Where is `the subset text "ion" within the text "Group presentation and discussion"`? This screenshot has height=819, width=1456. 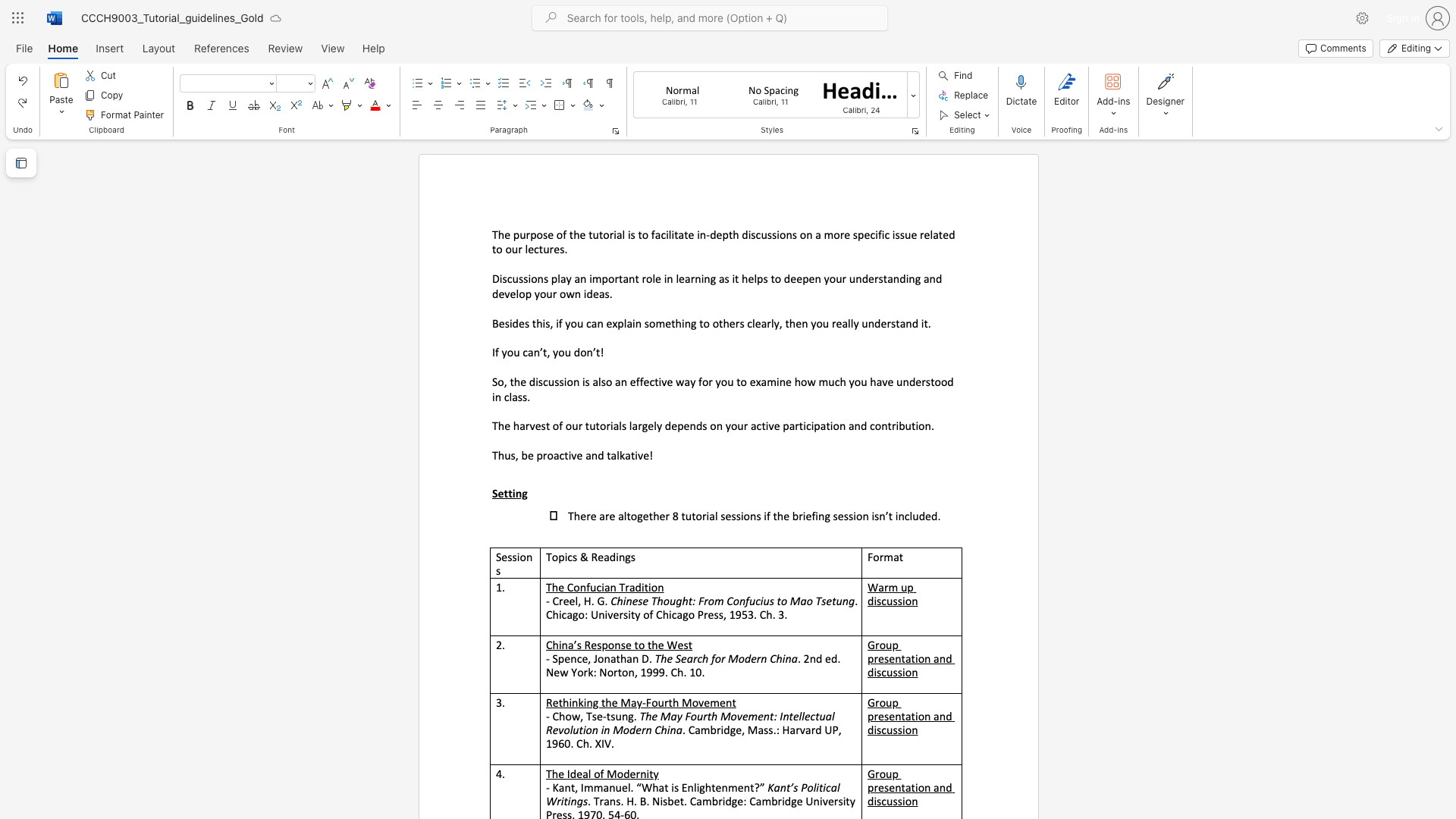 the subset text "ion" within the text "Group presentation and discussion" is located at coordinates (902, 671).